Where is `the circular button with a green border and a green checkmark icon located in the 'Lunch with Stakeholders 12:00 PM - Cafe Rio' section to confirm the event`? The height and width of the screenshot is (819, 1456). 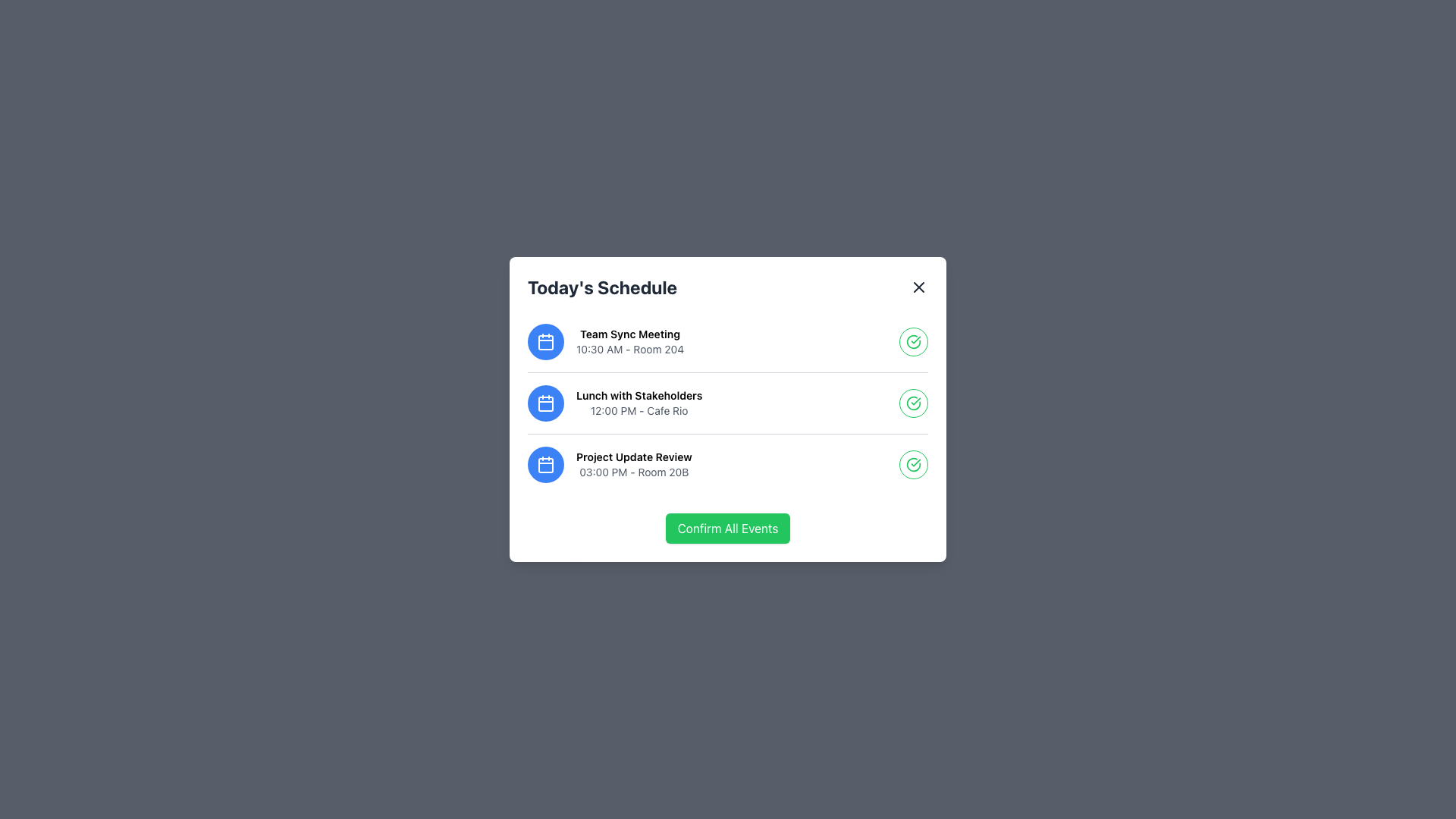
the circular button with a green border and a green checkmark icon located in the 'Lunch with Stakeholders 12:00 PM - Cafe Rio' section to confirm the event is located at coordinates (912, 403).